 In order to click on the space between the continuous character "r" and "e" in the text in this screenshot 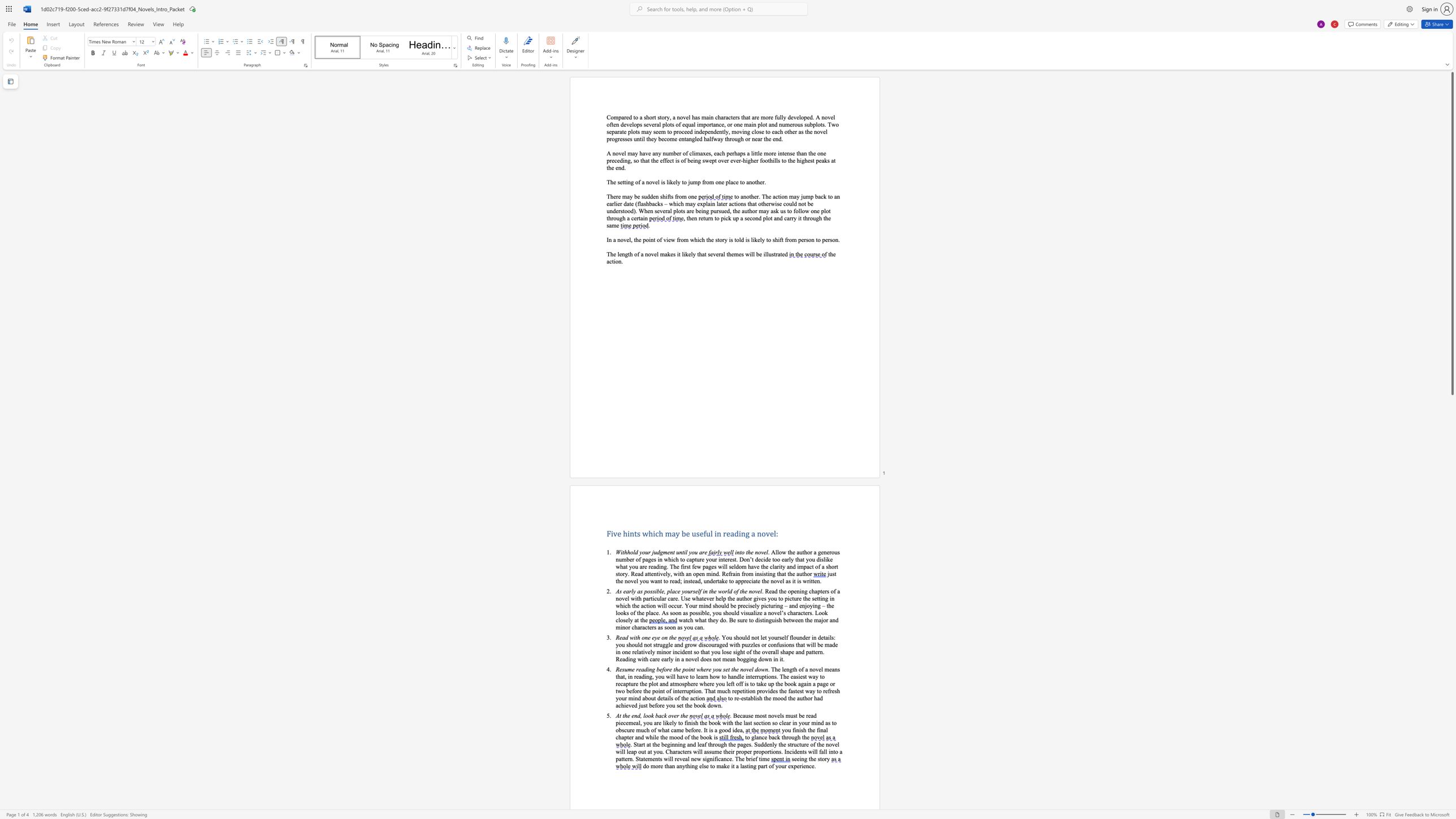, I will do `click(634, 651)`.